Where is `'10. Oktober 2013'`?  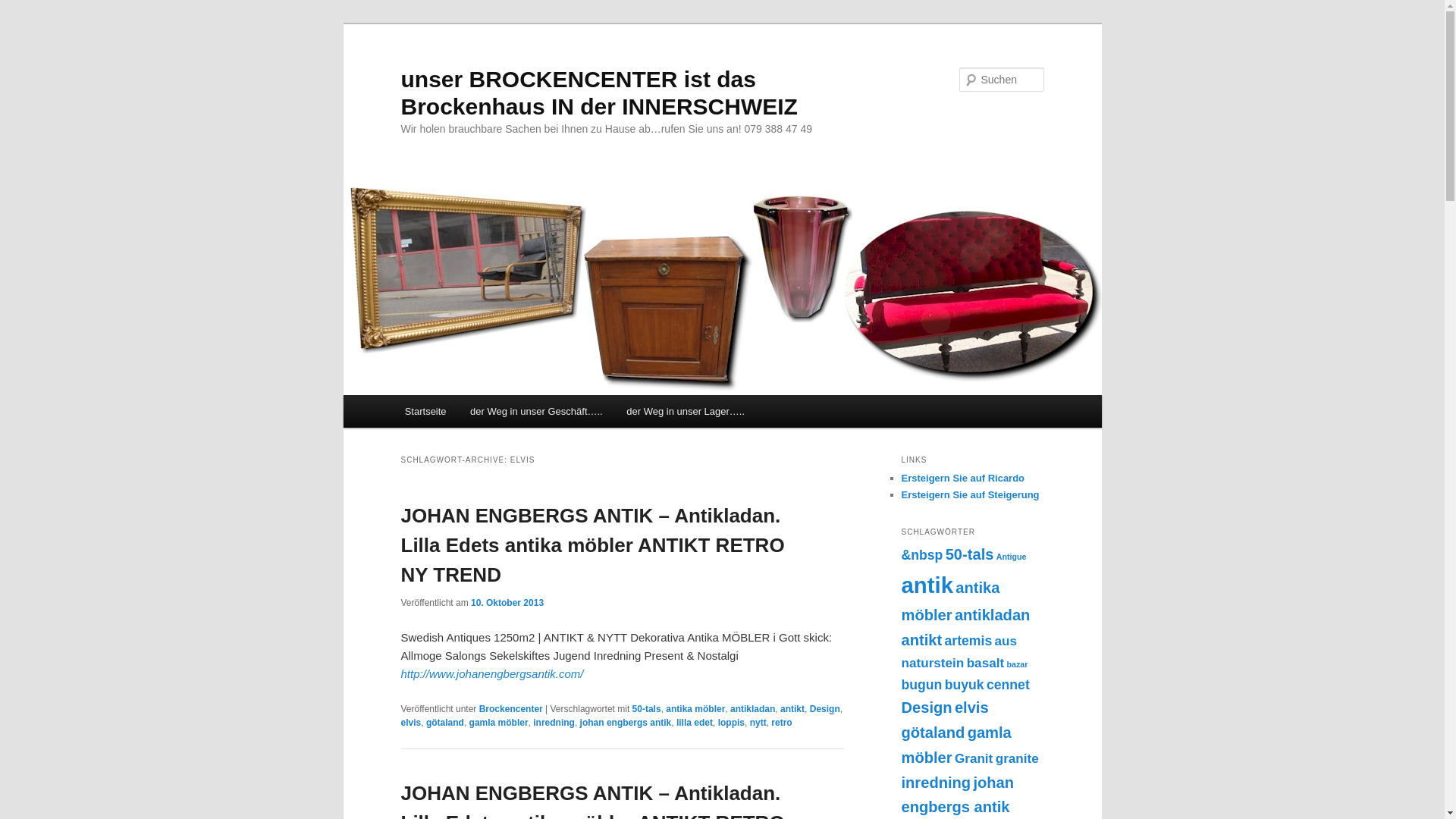
'10. Oktober 2013' is located at coordinates (507, 601).